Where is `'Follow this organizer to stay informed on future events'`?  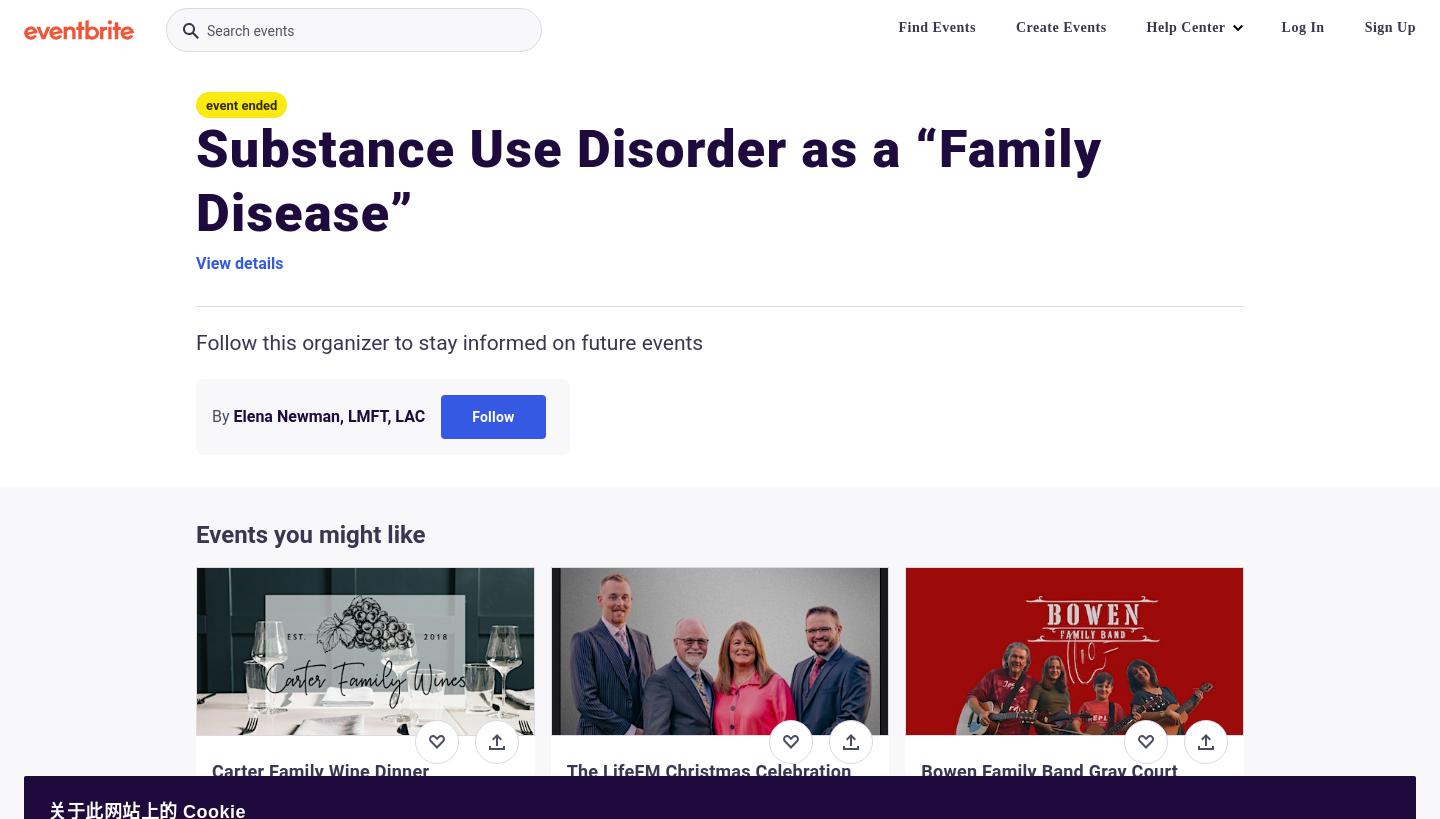
'Follow this organizer to stay informed on future events' is located at coordinates (449, 342).